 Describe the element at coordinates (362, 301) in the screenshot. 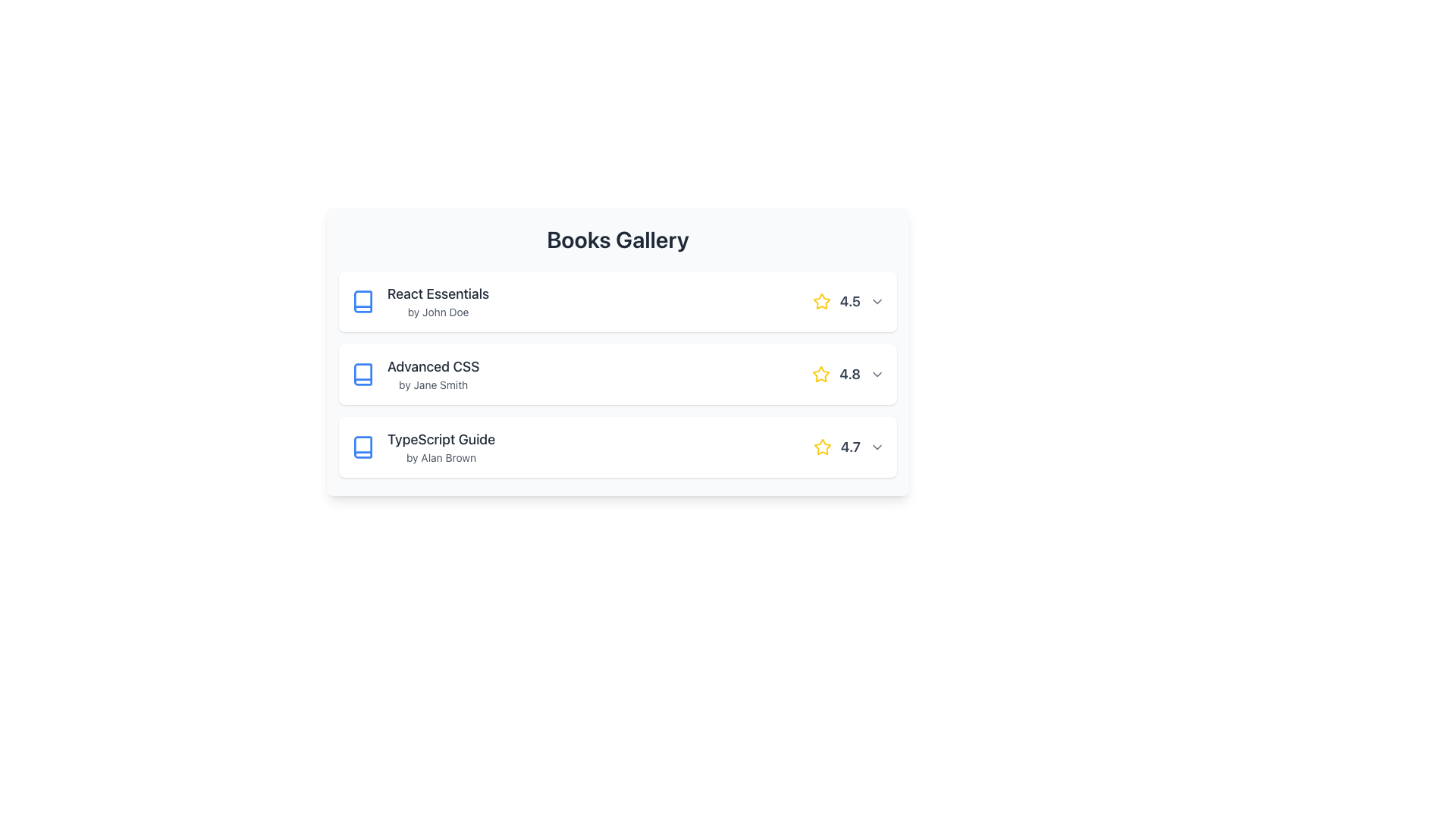

I see `the icon representing the book 'React Essentials' located in the first book entry of the 'Books Gallery' section, immediately left of the text 'React Essentials by John Doe'` at that location.